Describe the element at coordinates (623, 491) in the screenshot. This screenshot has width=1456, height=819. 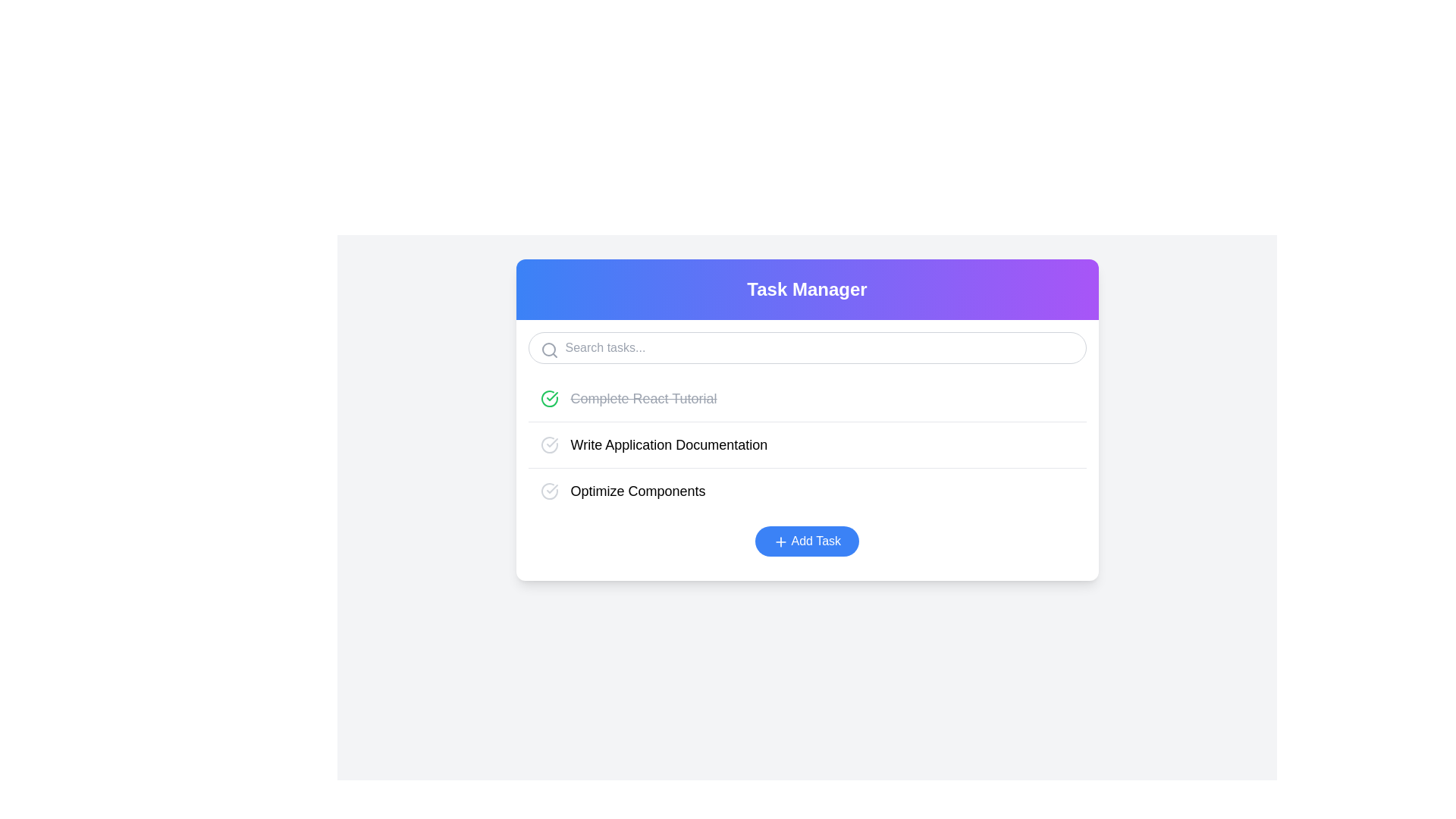
I see `the 'Optimize Components' task item` at that location.